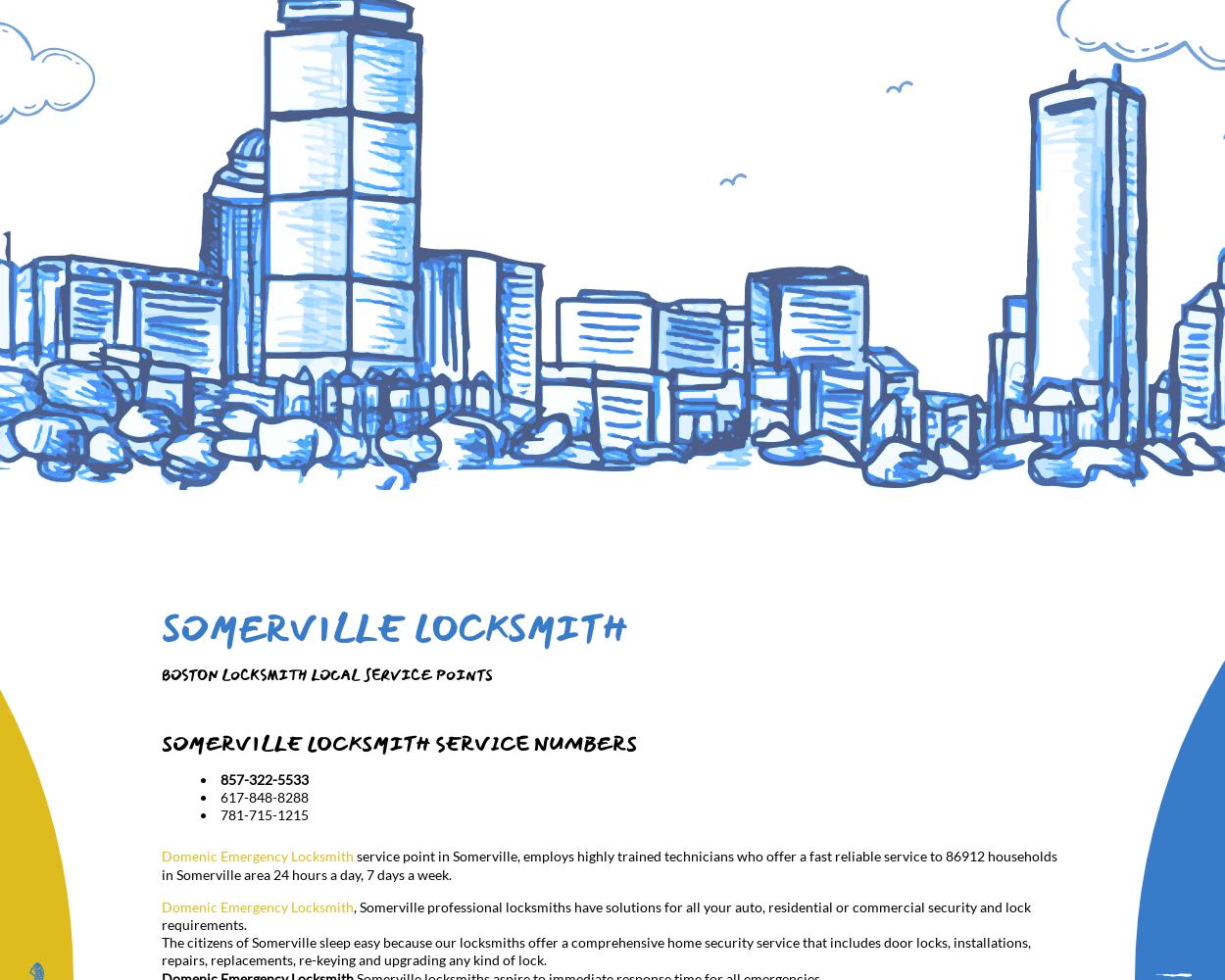 Image resolution: width=1225 pixels, height=980 pixels. What do you see at coordinates (265, 796) in the screenshot?
I see `'617-848-8288'` at bounding box center [265, 796].